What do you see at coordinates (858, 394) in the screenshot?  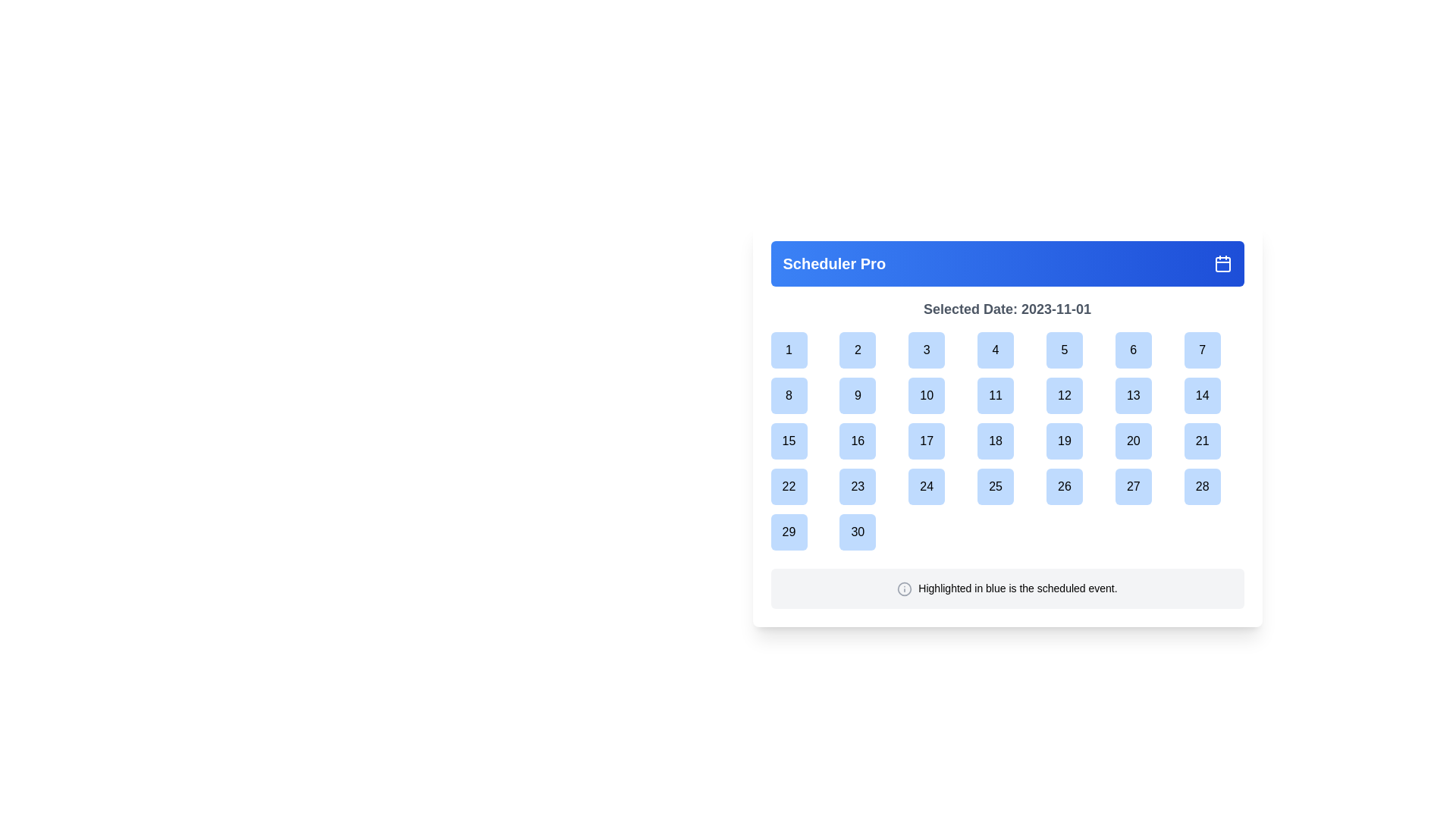 I see `the ninth date button in the calendar interface` at bounding box center [858, 394].